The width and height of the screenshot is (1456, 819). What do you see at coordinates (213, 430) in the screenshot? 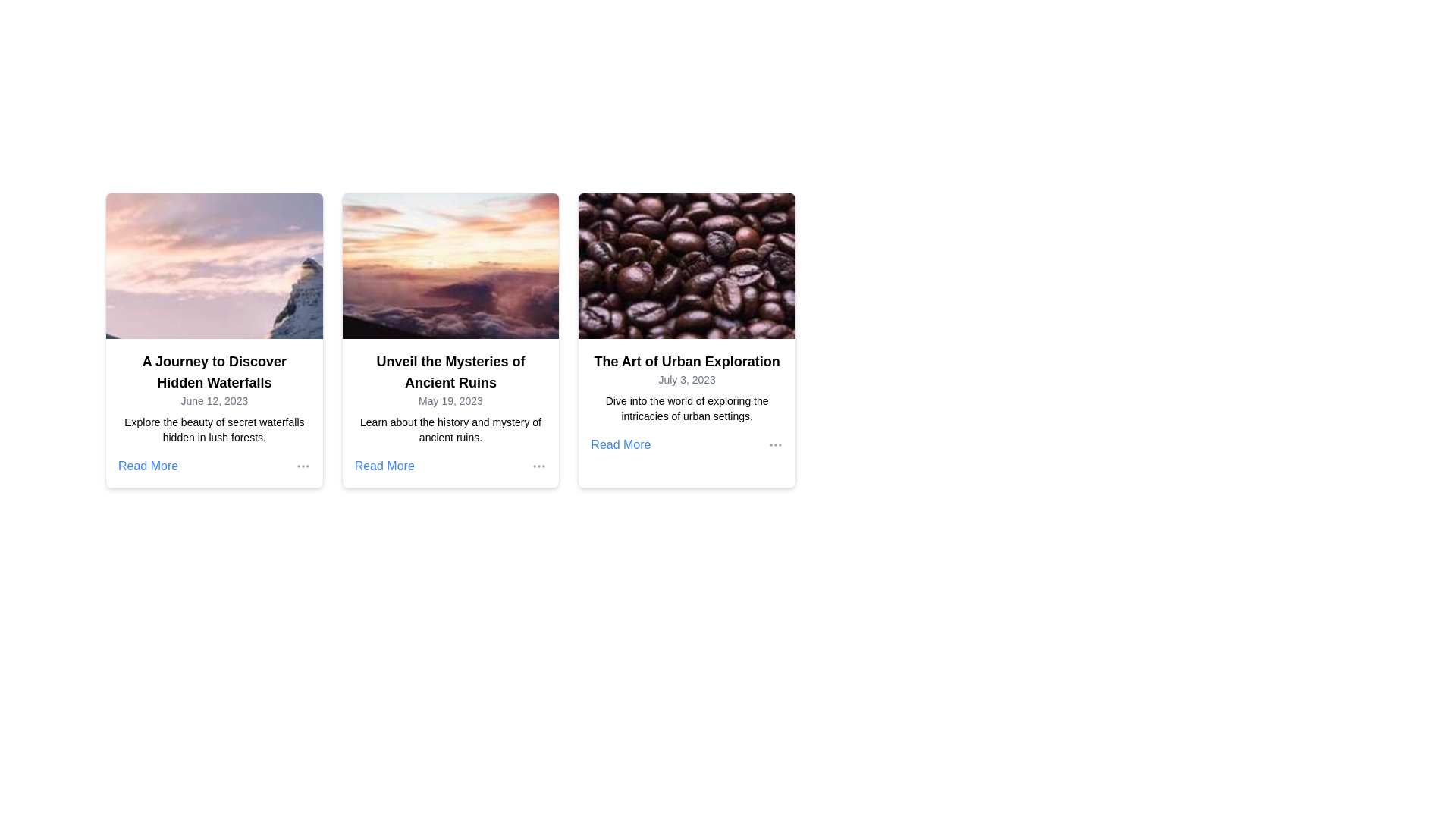
I see `the text block containing the words 'Explore the beauty of secret waterfalls hidden in lush forests.', which is styled with a small text size and positioned below the main heading within the card` at bounding box center [213, 430].